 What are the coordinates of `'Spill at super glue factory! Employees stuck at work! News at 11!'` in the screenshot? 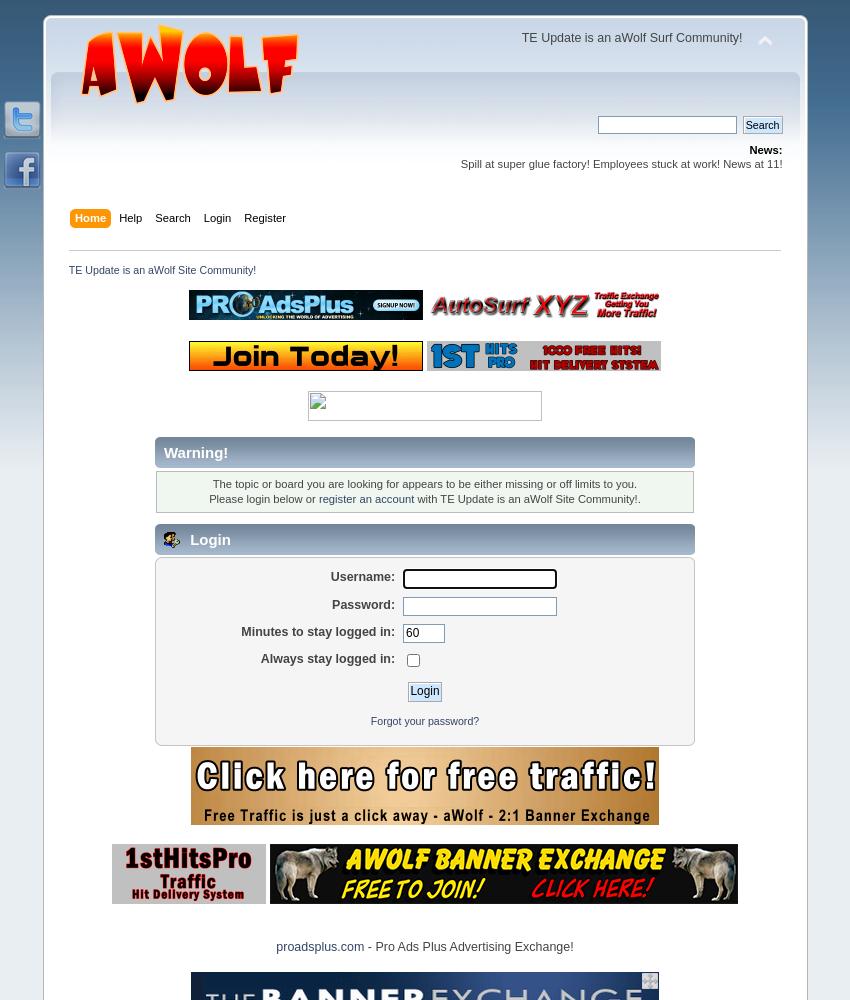 It's located at (620, 163).